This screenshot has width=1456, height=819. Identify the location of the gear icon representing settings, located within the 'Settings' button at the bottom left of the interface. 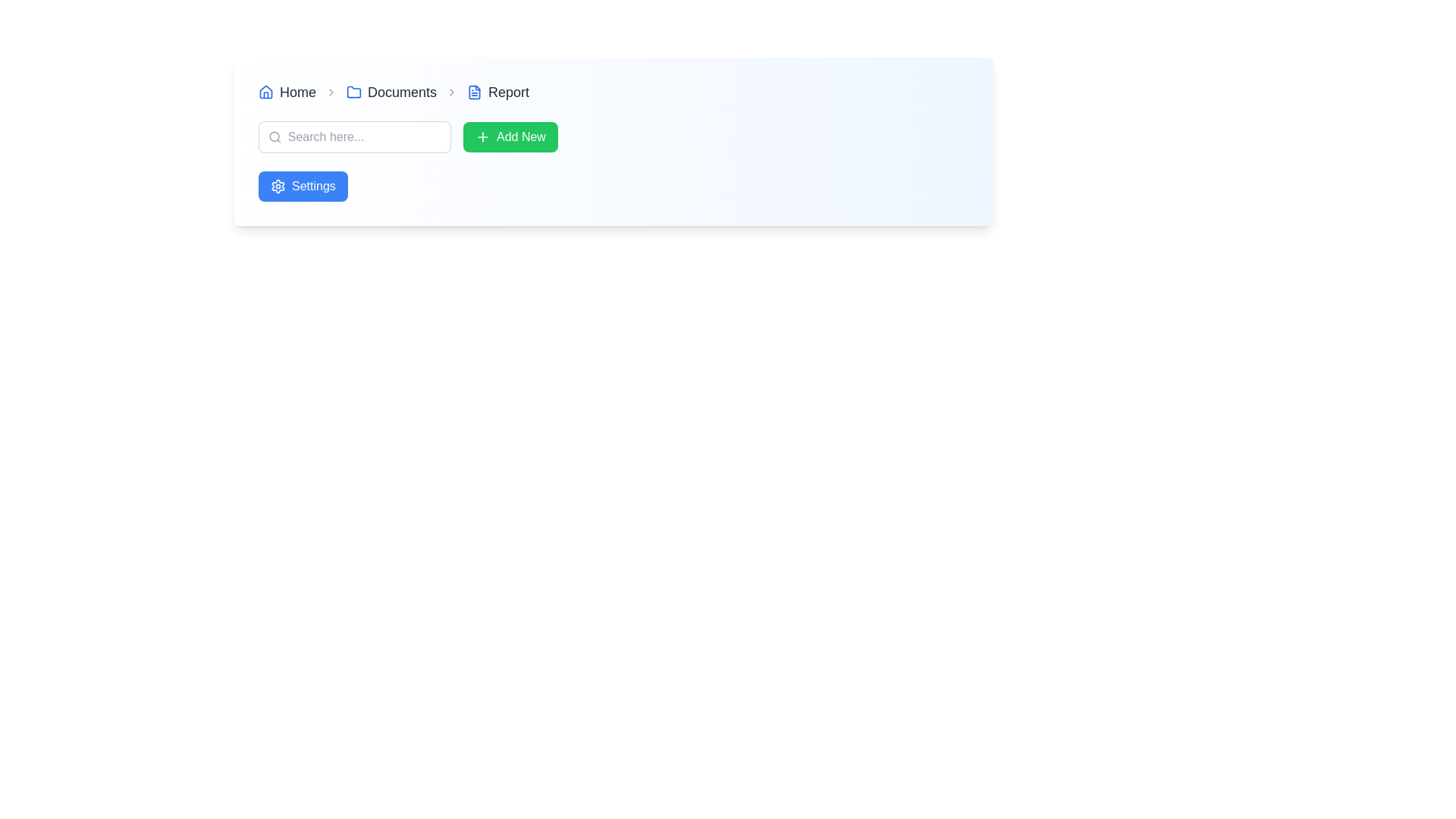
(278, 186).